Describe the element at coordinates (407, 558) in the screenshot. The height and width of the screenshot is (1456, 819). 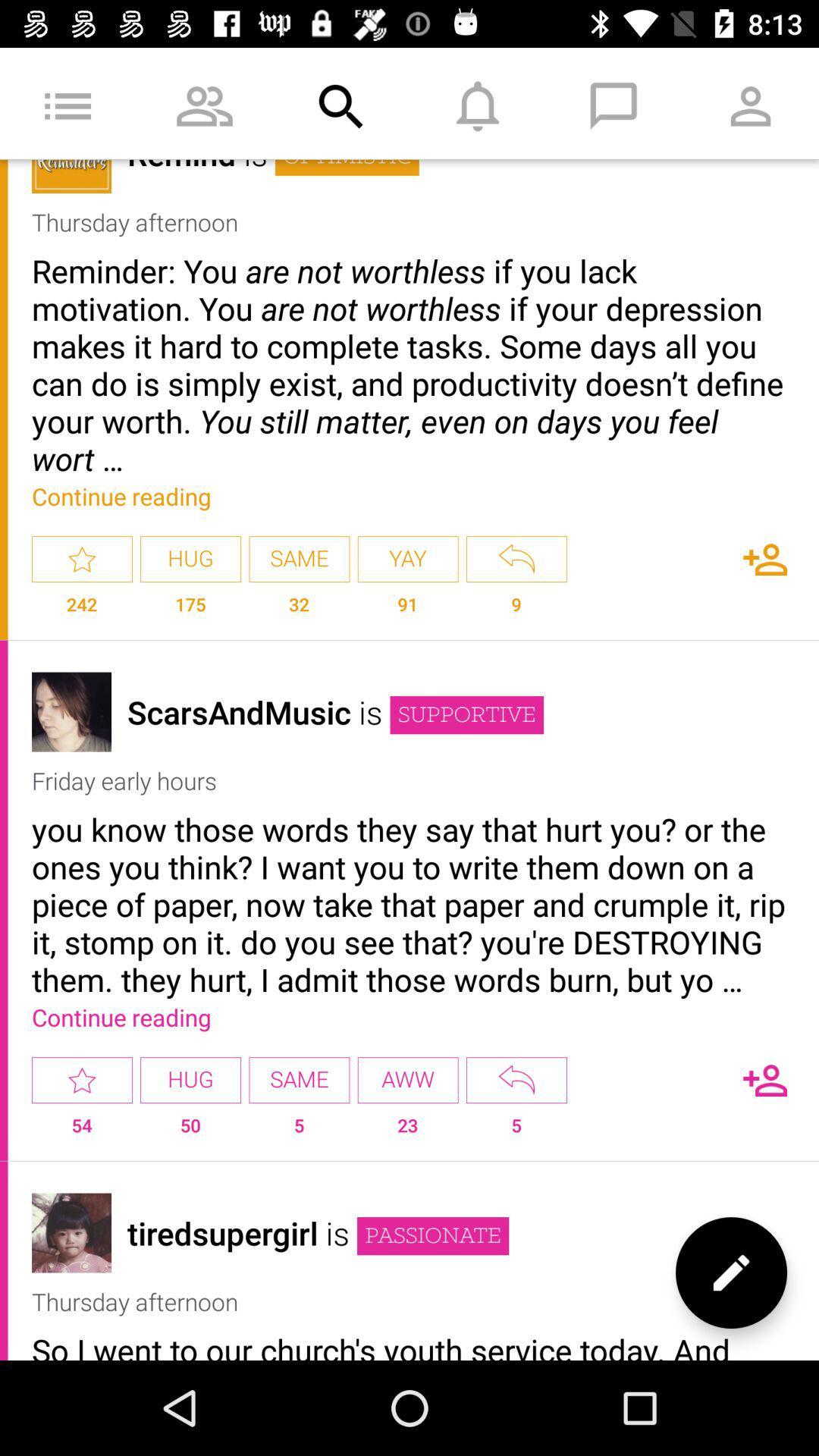
I see `item below the continue reading icon` at that location.